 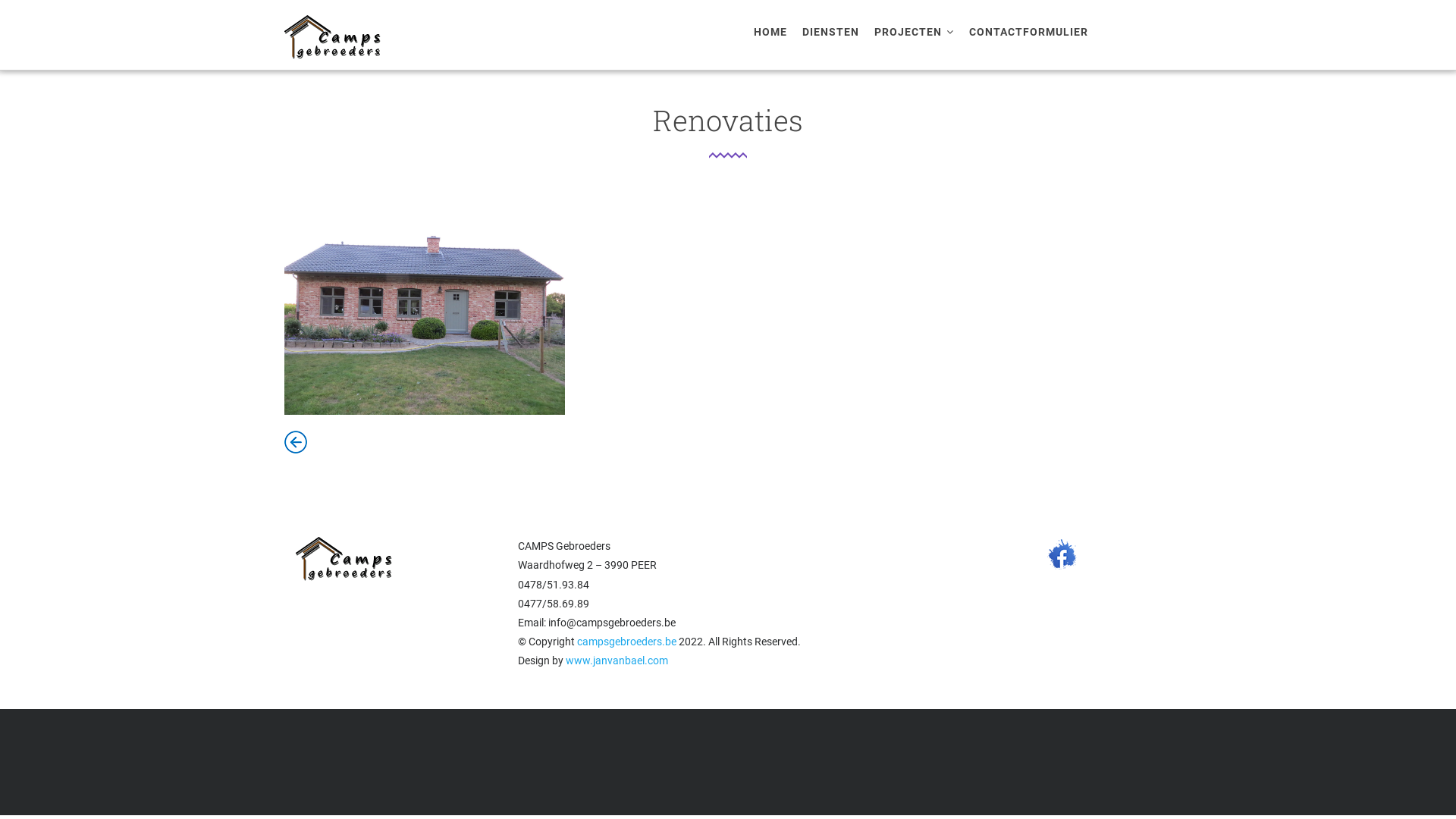 What do you see at coordinates (617, 660) in the screenshot?
I see `'www.janvanbael.com'` at bounding box center [617, 660].